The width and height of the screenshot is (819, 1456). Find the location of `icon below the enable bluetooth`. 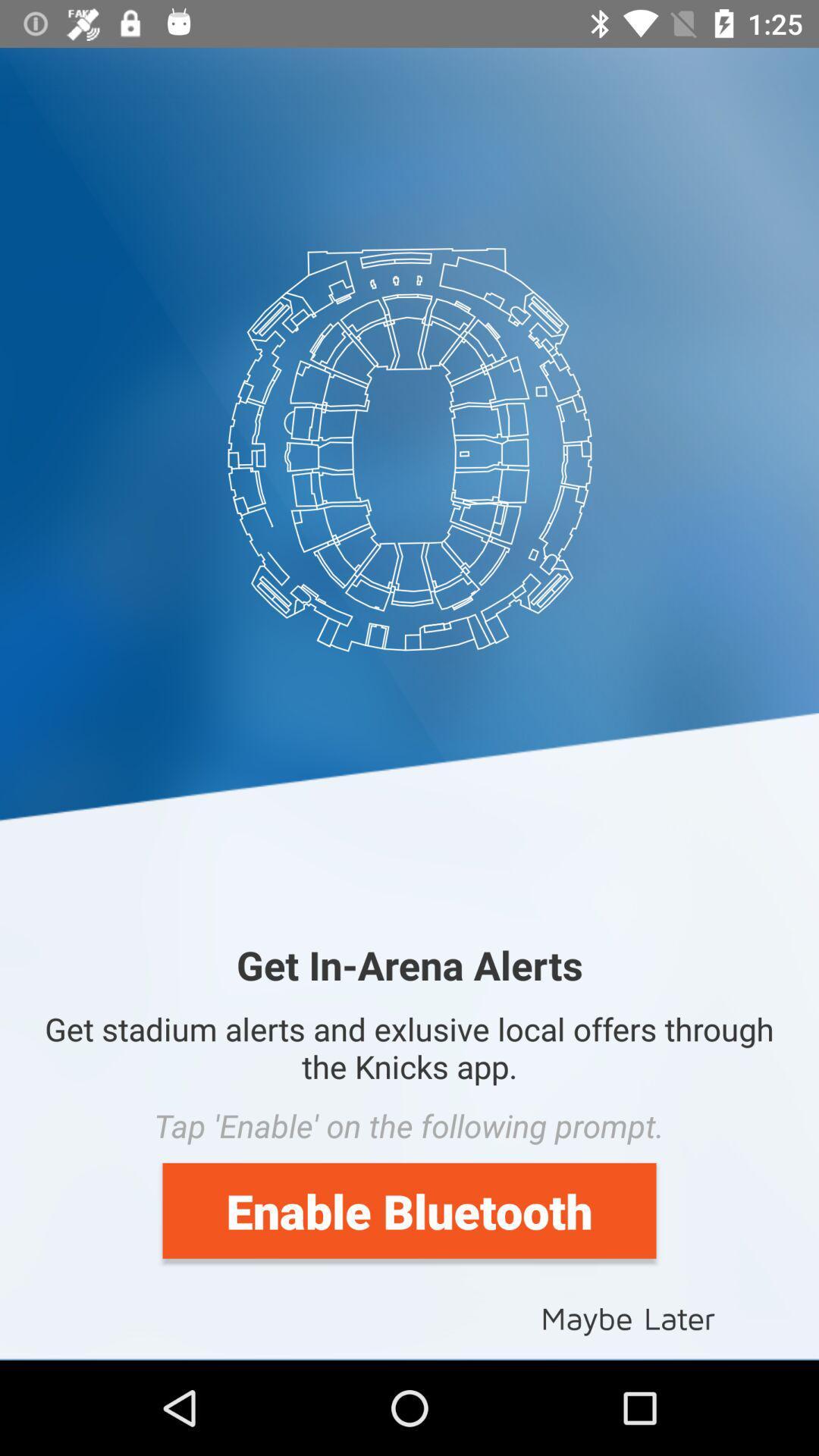

icon below the enable bluetooth is located at coordinates (628, 1316).